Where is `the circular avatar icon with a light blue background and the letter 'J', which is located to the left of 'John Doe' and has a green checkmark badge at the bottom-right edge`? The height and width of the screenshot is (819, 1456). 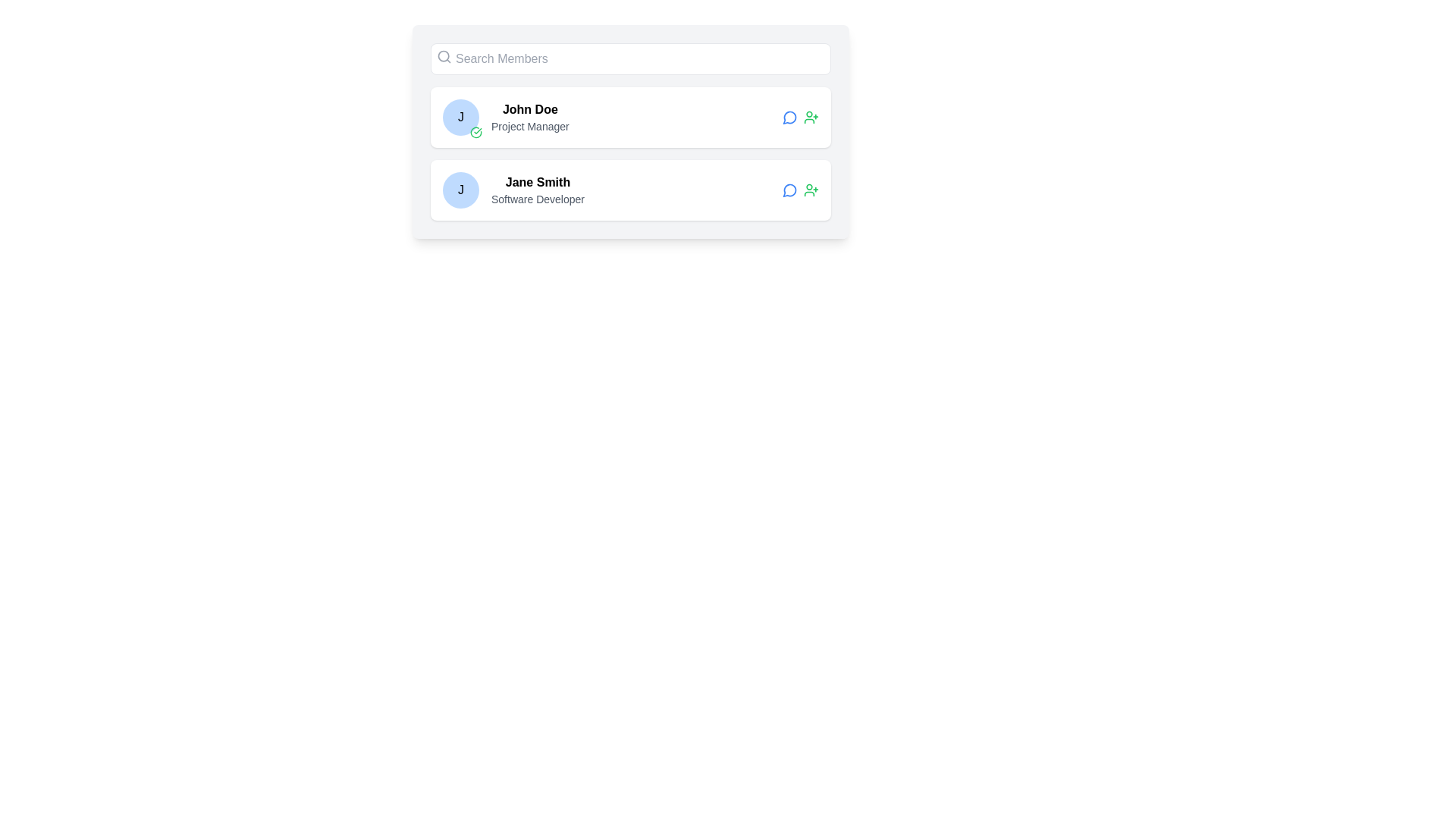
the circular avatar icon with a light blue background and the letter 'J', which is located to the left of 'John Doe' and has a green checkmark badge at the bottom-right edge is located at coordinates (460, 116).